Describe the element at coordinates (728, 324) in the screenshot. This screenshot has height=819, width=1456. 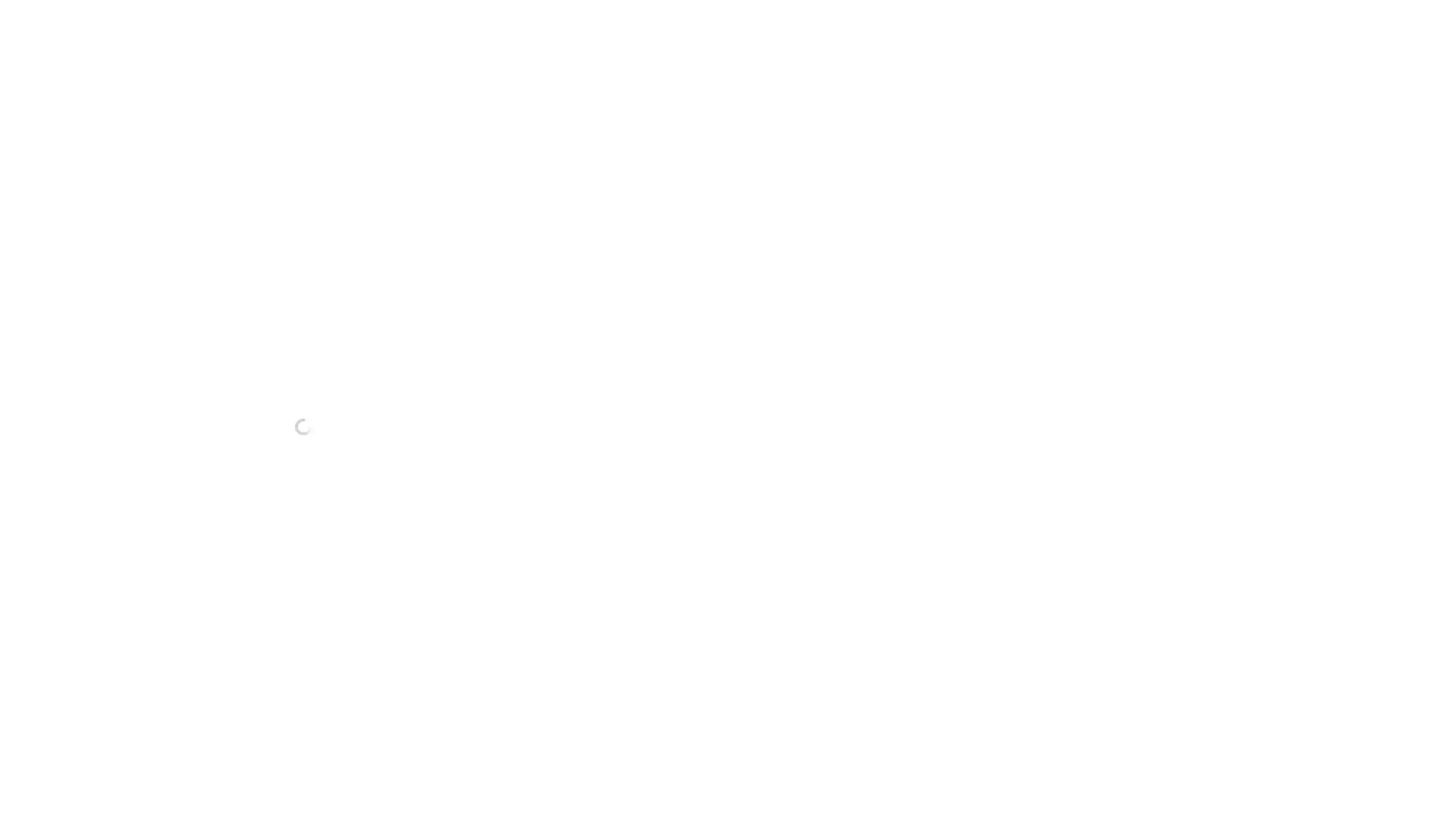
I see `Step 4: Establish Options Pool` at that location.